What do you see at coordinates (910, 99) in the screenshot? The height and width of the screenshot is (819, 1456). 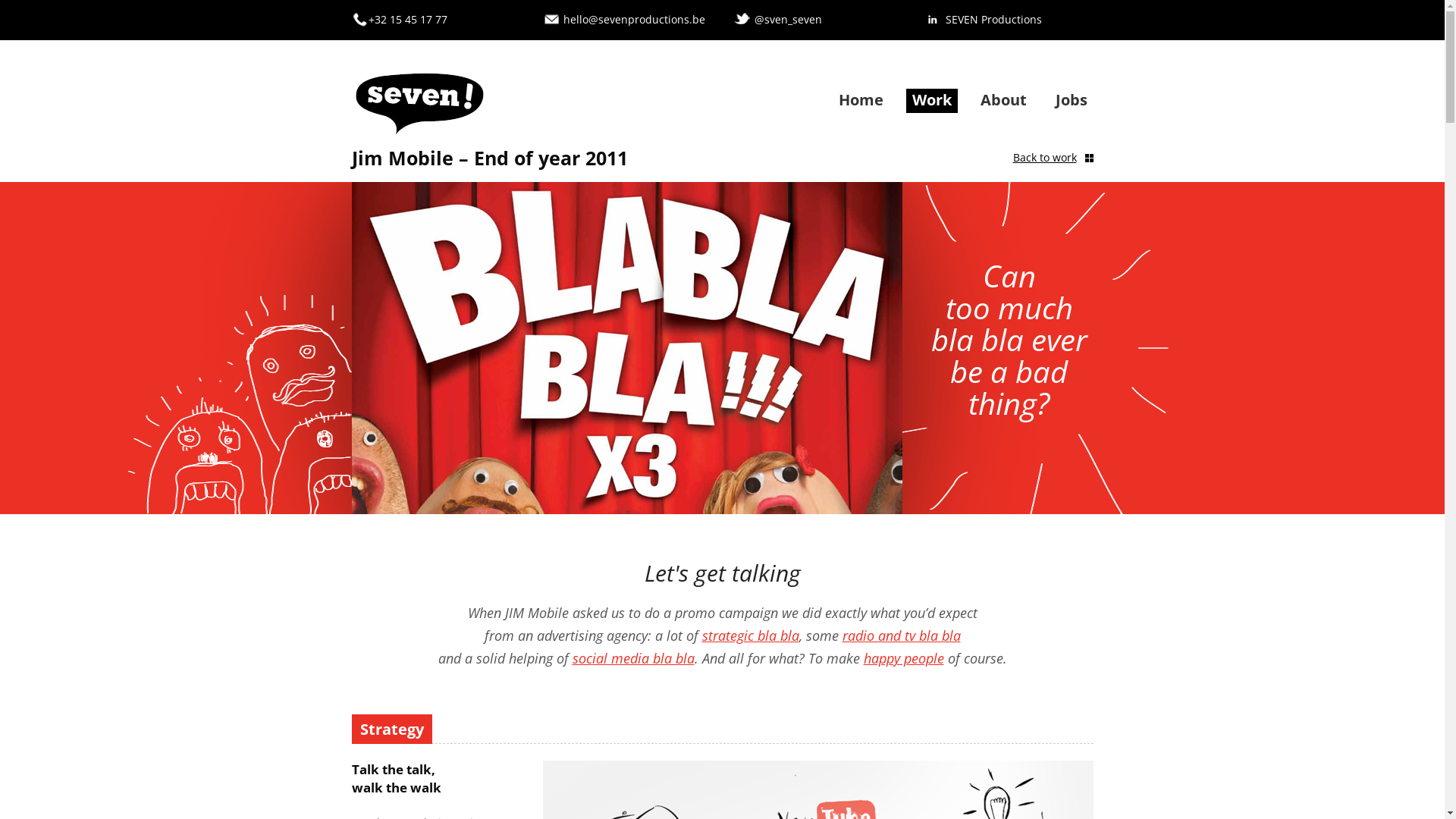 I see `'Work'` at bounding box center [910, 99].